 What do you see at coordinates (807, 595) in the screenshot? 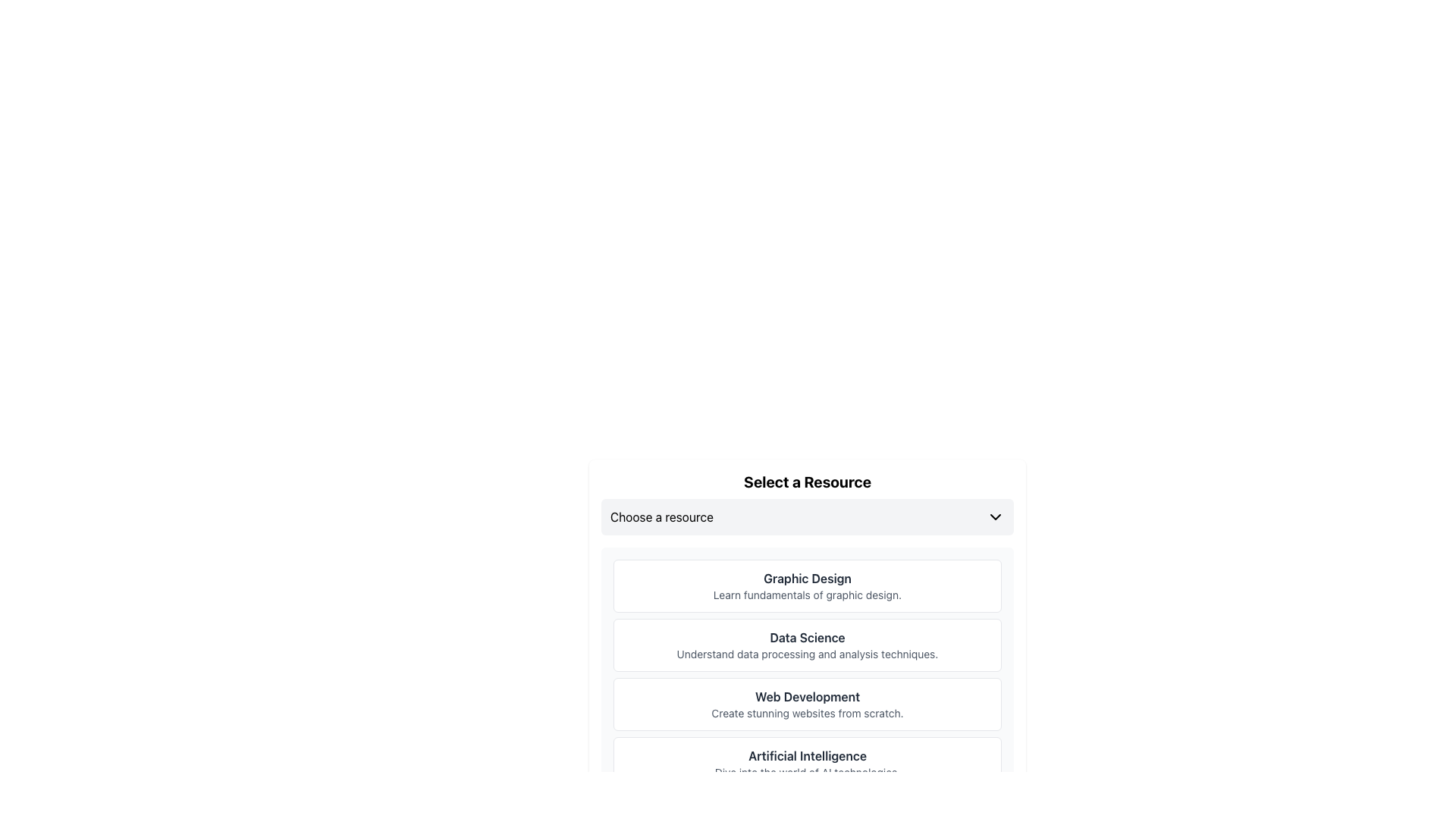
I see `the descriptive text label providing additional information about the 'Graphic Design' resource, located beneath the 'Graphic Design' header` at bounding box center [807, 595].